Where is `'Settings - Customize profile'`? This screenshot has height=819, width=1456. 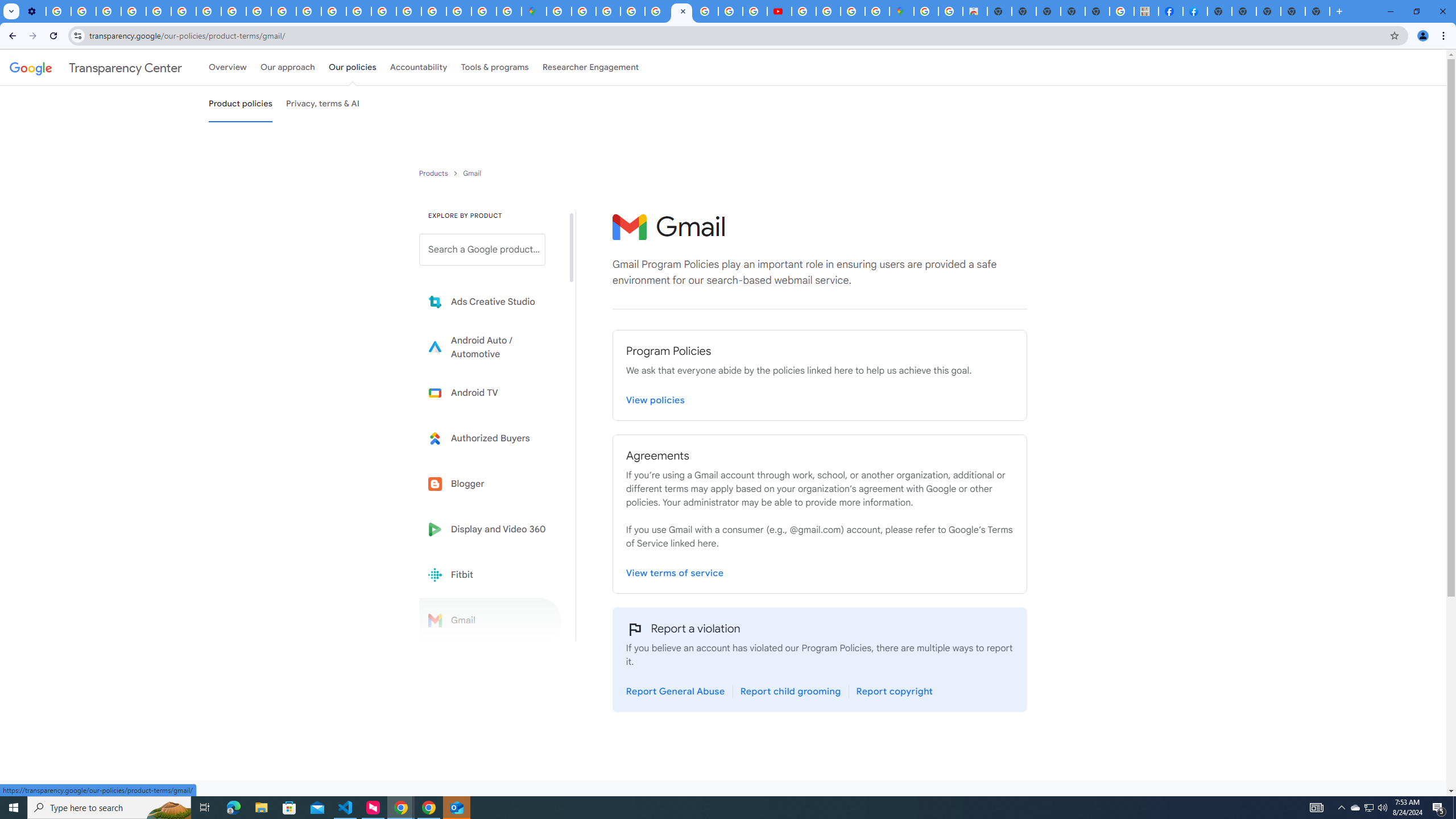 'Settings - Customize profile' is located at coordinates (32, 11).